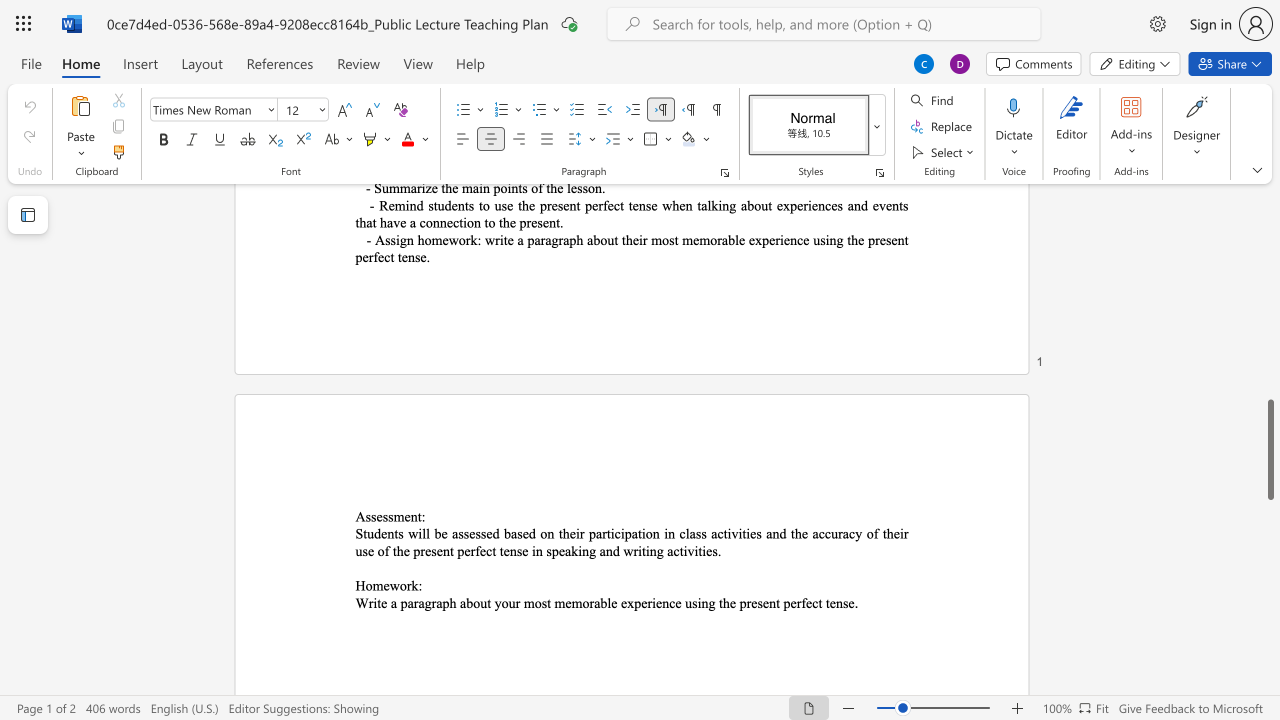 Image resolution: width=1280 pixels, height=720 pixels. I want to click on the scrollbar to scroll upward, so click(1269, 280).